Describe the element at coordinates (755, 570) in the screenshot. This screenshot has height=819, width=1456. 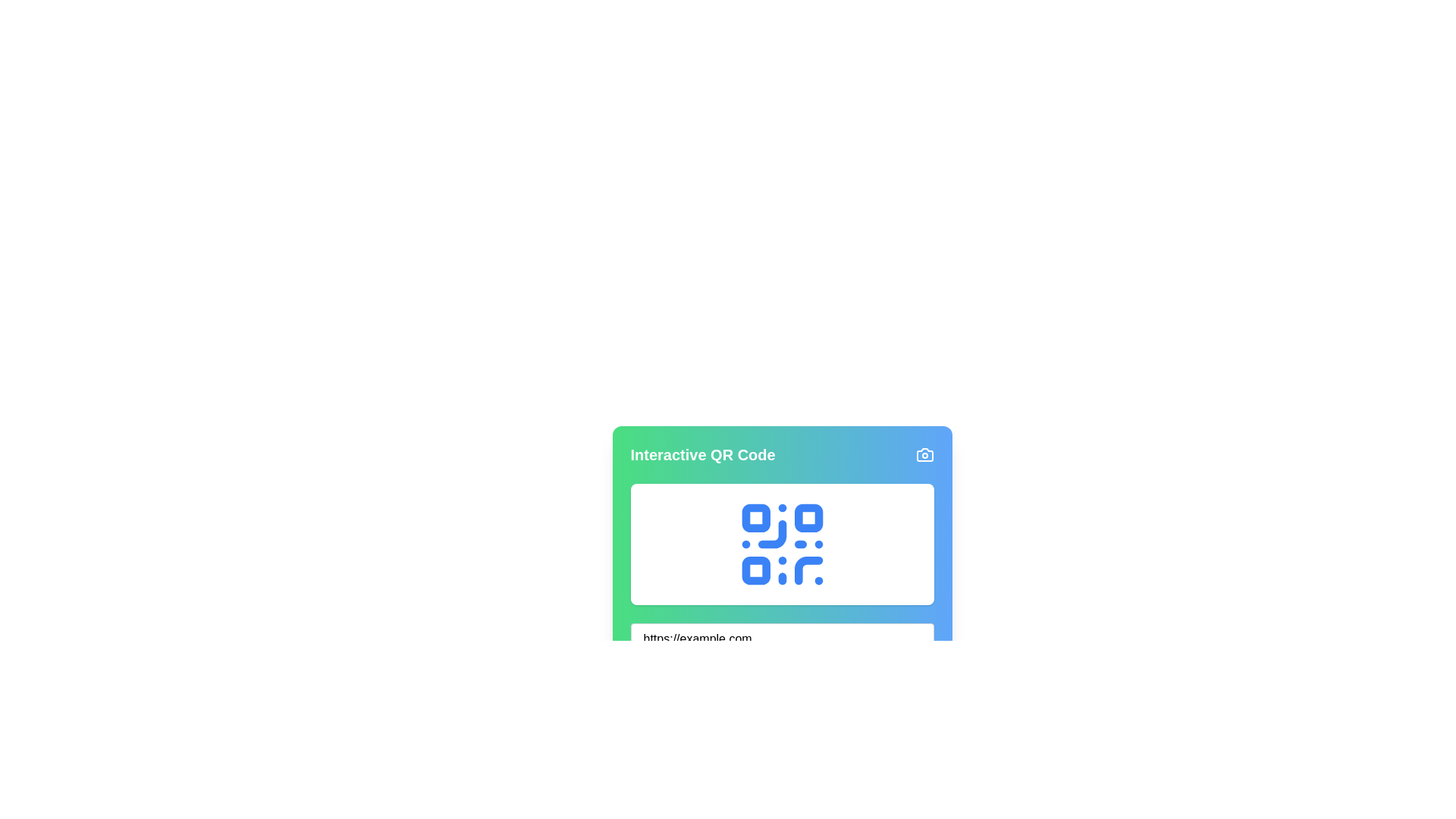
I see `the Decorative graphic element located in the bottom-left corner of the QR code, which is the third rectangular shape among its siblings` at that location.